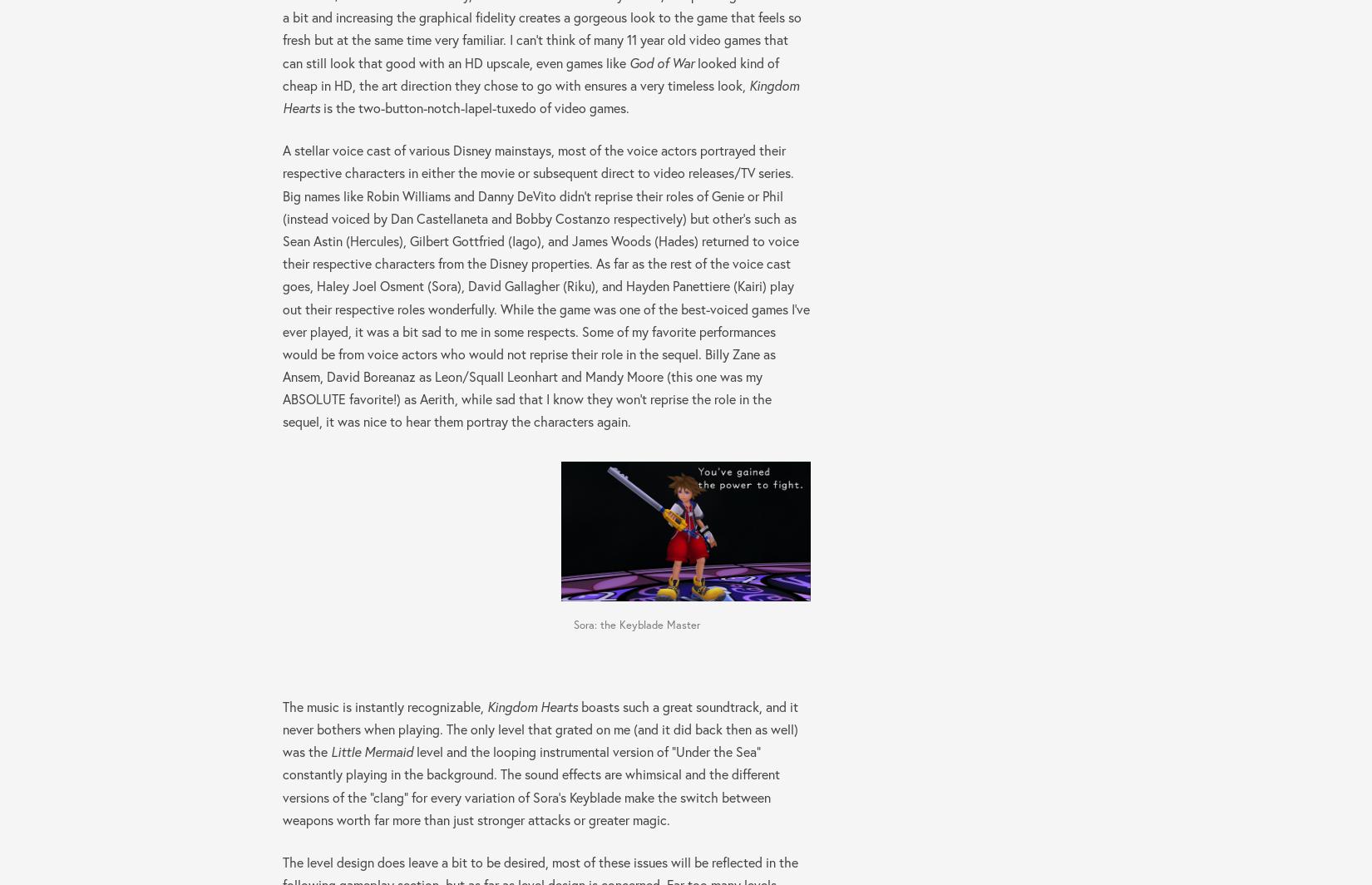  Describe the element at coordinates (371, 751) in the screenshot. I see `'Little Mermaid'` at that location.